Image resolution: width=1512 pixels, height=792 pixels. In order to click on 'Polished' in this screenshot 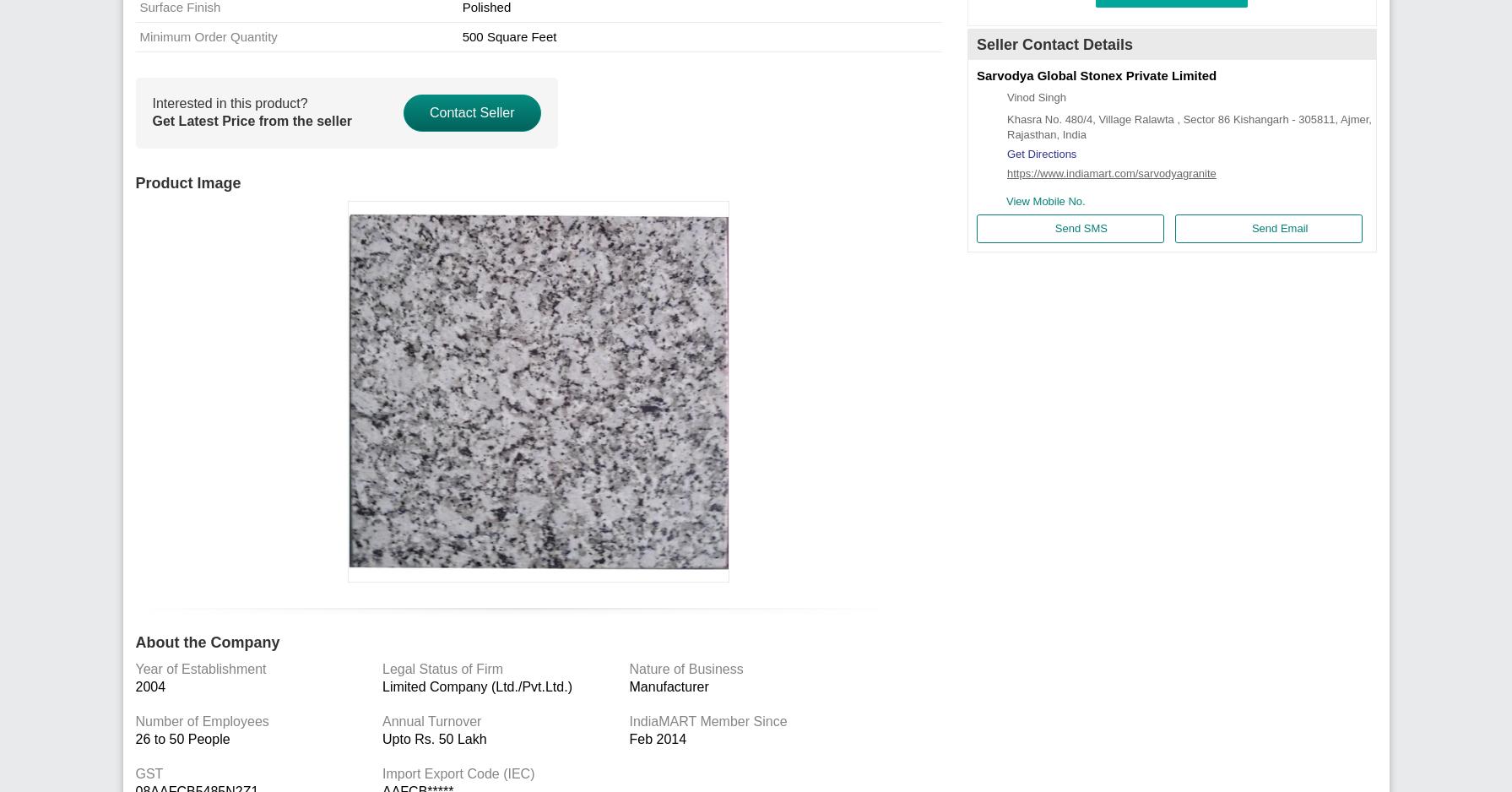, I will do `click(461, 7)`.